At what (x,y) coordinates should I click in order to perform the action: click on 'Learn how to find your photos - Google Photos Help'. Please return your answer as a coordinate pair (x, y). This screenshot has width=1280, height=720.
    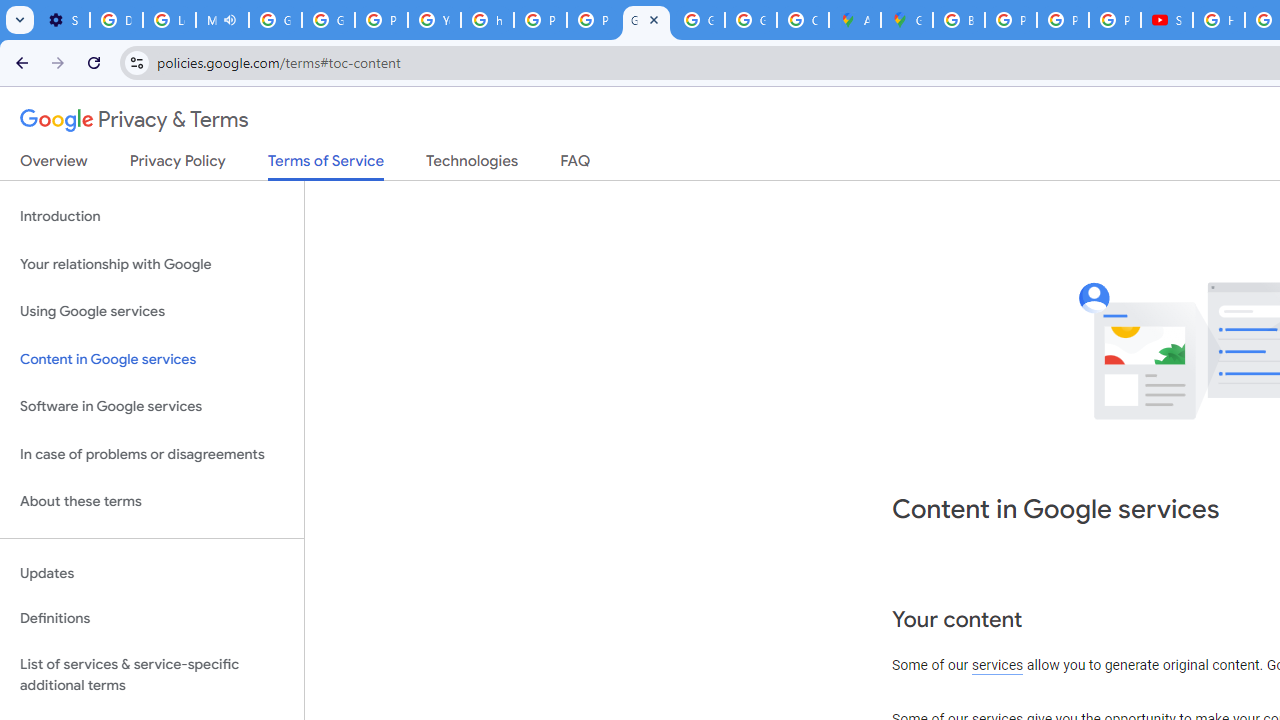
    Looking at the image, I should click on (169, 20).